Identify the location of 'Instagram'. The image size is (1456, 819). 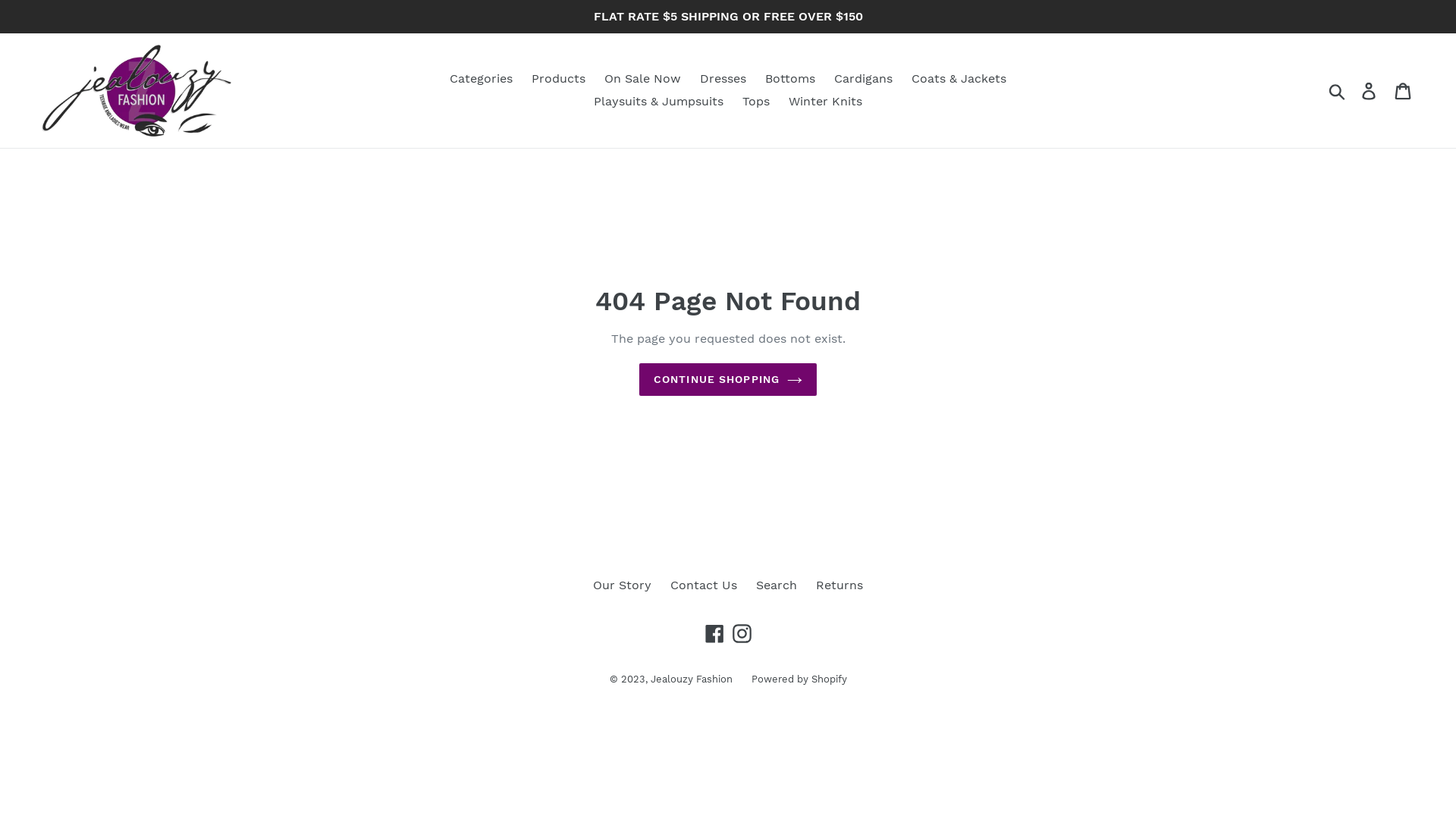
(741, 632).